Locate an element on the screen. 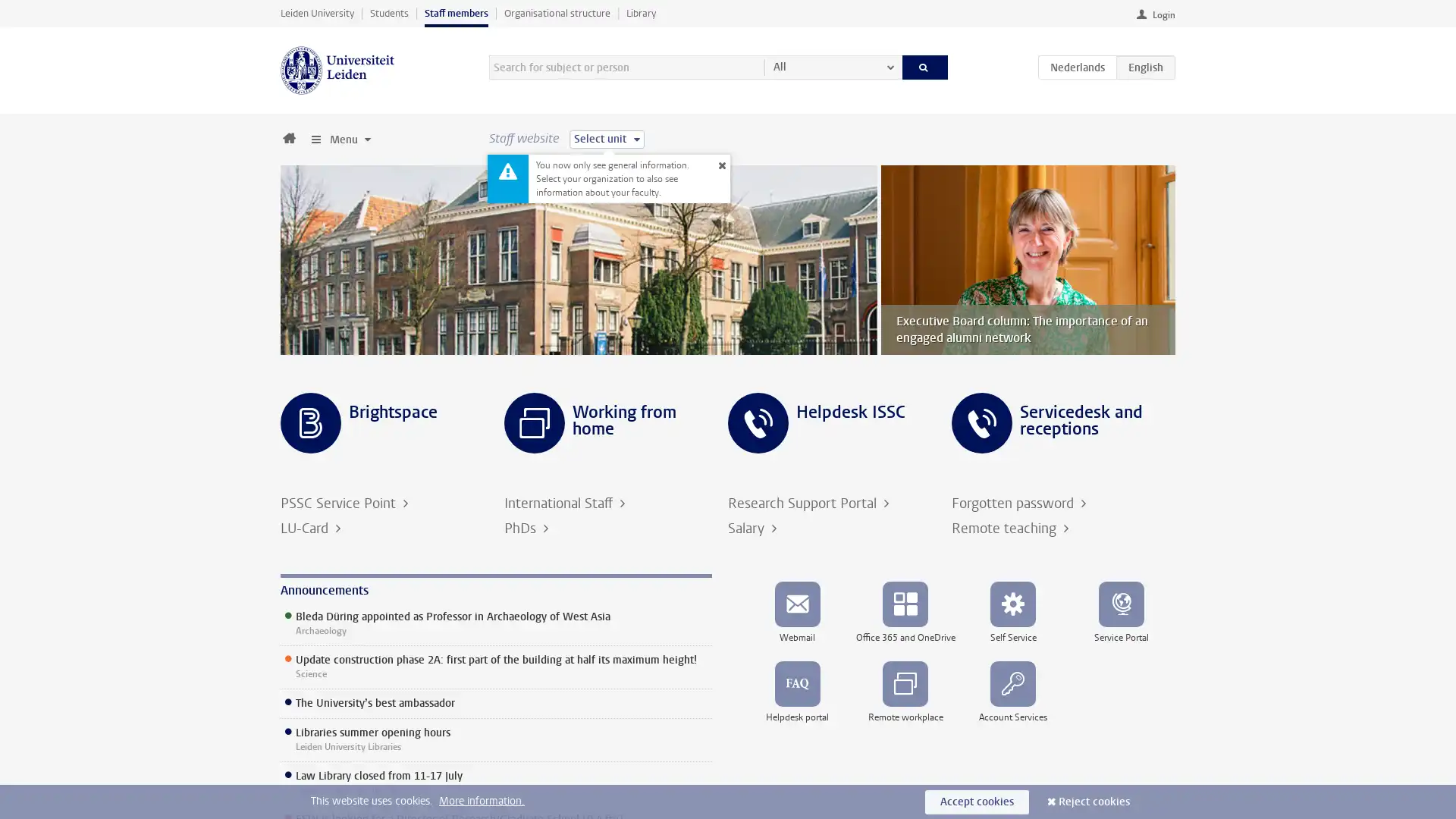 The height and width of the screenshot is (819, 1456). Reject cookies is located at coordinates (1094, 801).